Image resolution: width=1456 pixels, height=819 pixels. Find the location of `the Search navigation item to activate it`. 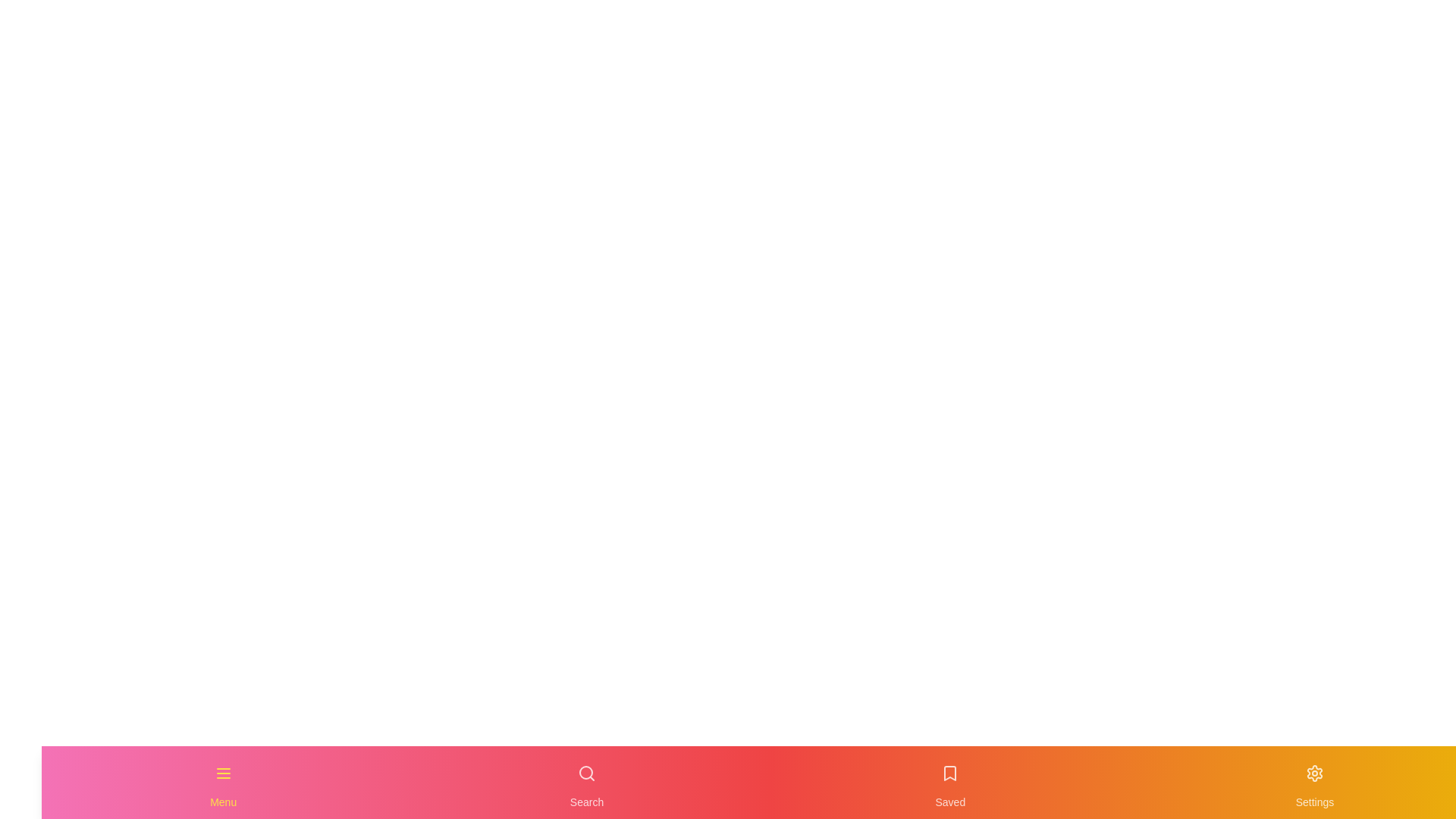

the Search navigation item to activate it is located at coordinates (585, 783).